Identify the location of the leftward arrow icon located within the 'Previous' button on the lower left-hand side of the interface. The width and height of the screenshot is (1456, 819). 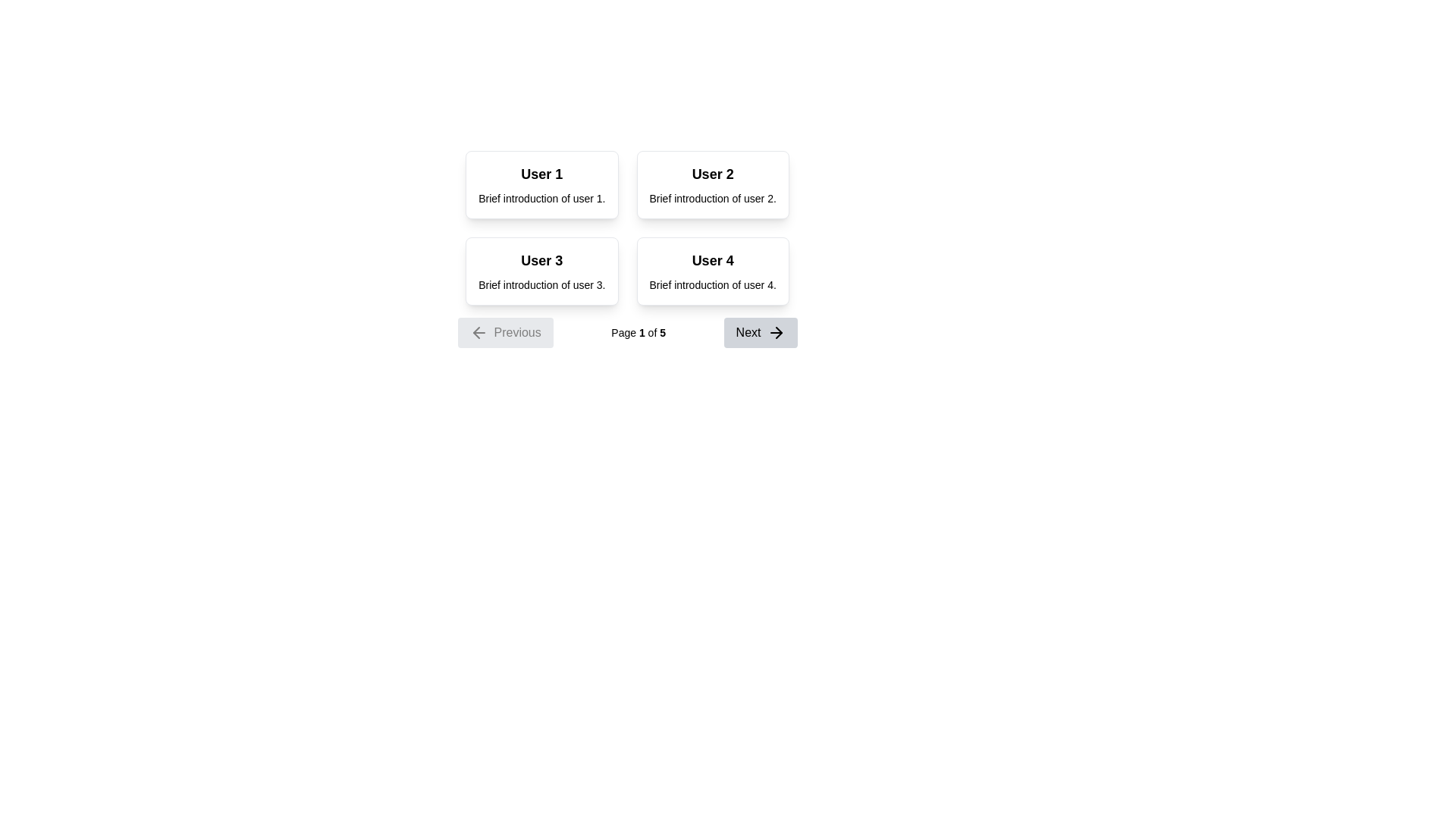
(475, 332).